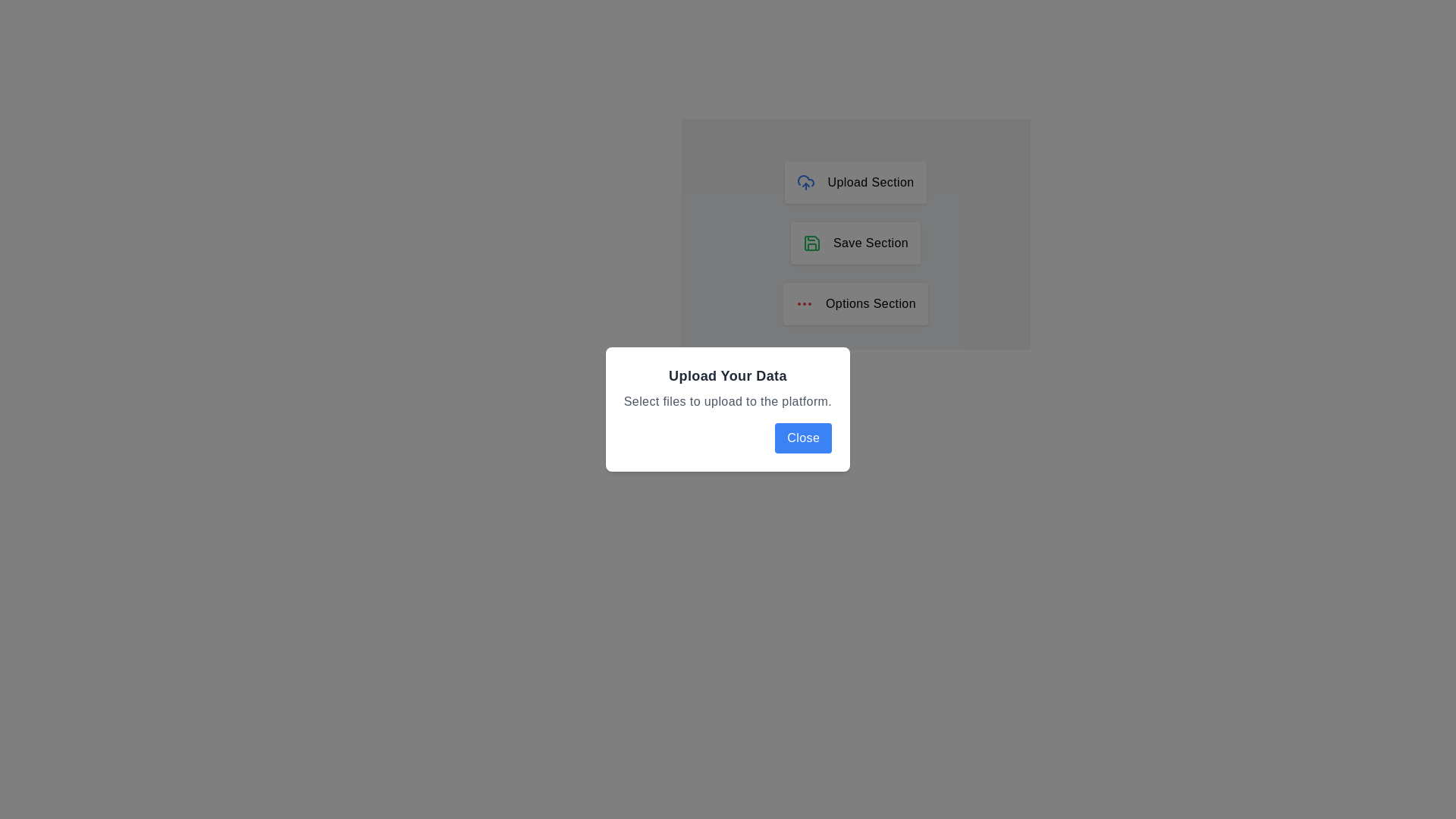 This screenshot has height=819, width=1456. I want to click on the blue 'Close' button with rounded corners to observe the hover effect, so click(802, 438).